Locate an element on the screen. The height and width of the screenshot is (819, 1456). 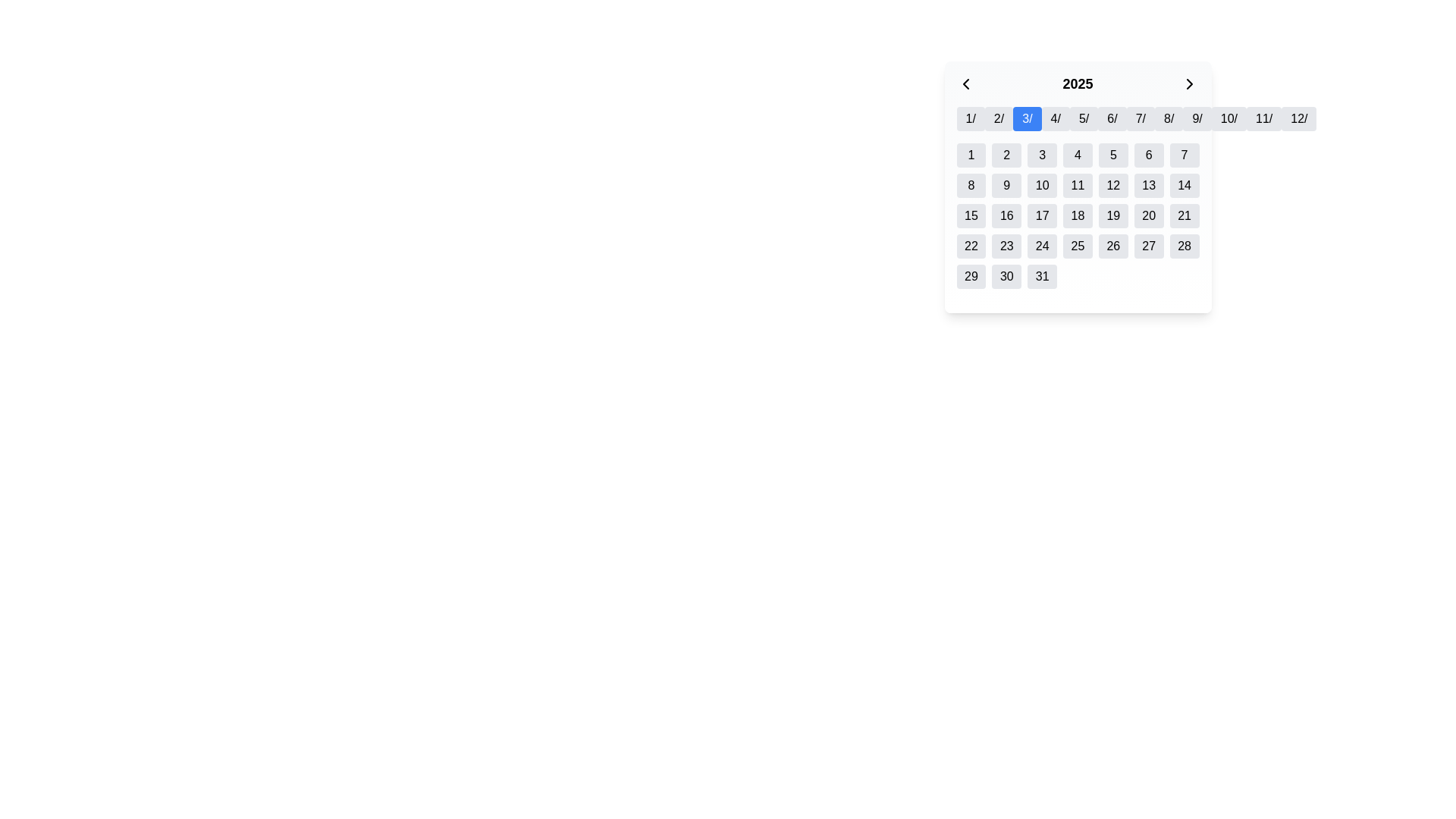
the square button with a light gray background and the number '1' in black text is located at coordinates (971, 155).